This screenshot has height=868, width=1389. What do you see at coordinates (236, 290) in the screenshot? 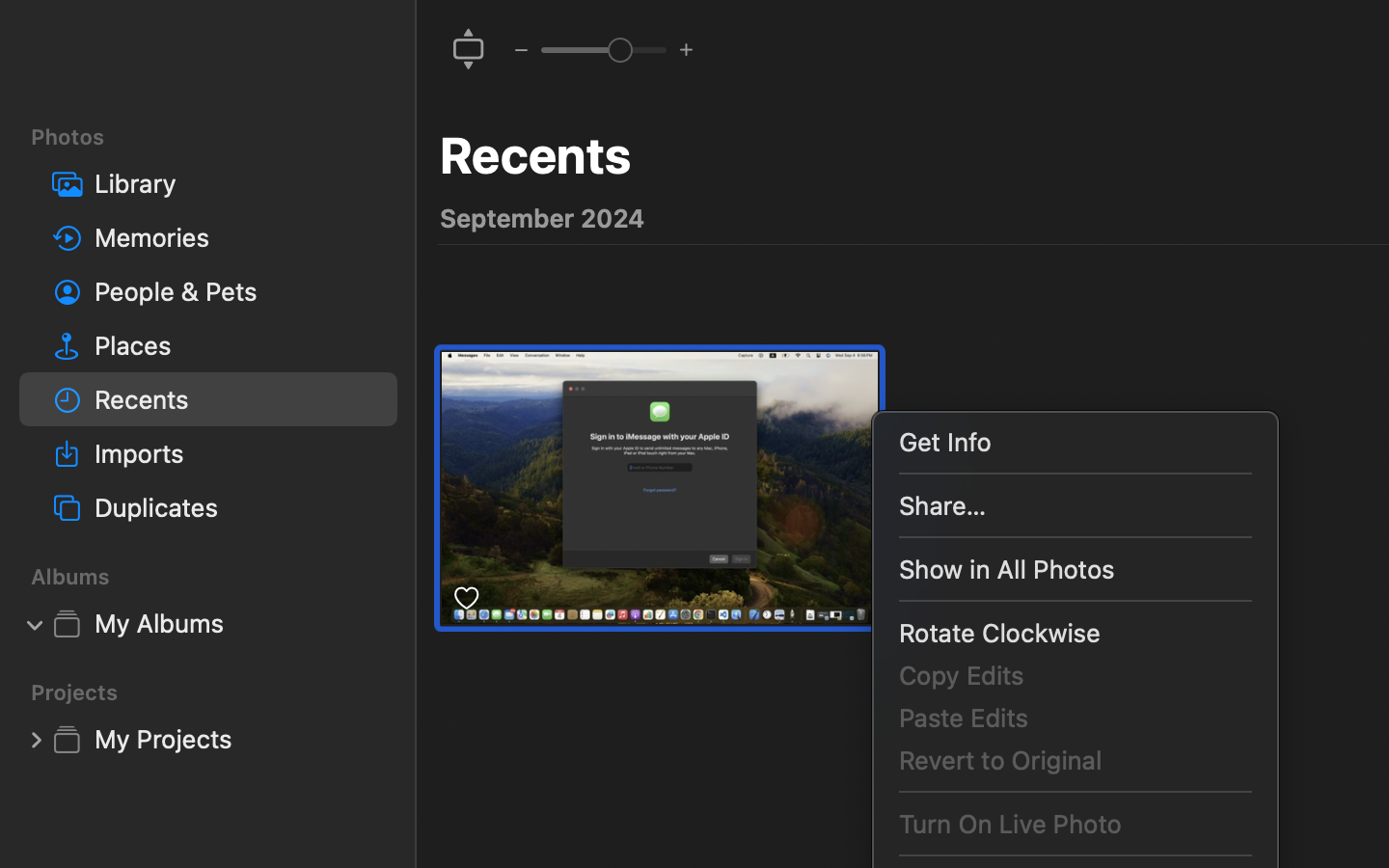
I see `'People & Pets'` at bounding box center [236, 290].